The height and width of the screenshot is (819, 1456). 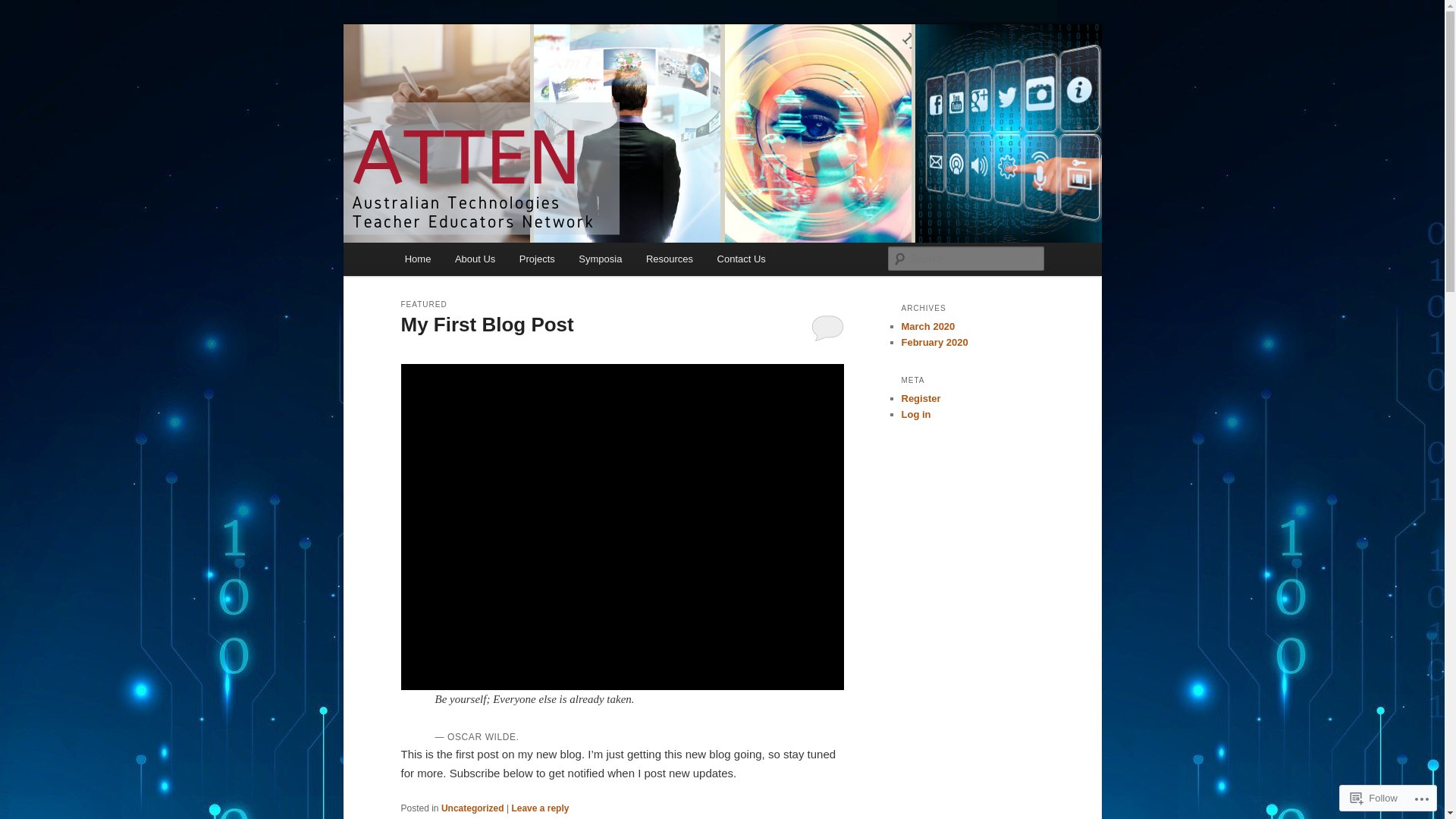 I want to click on 'Uncategorized', so click(x=440, y=806).